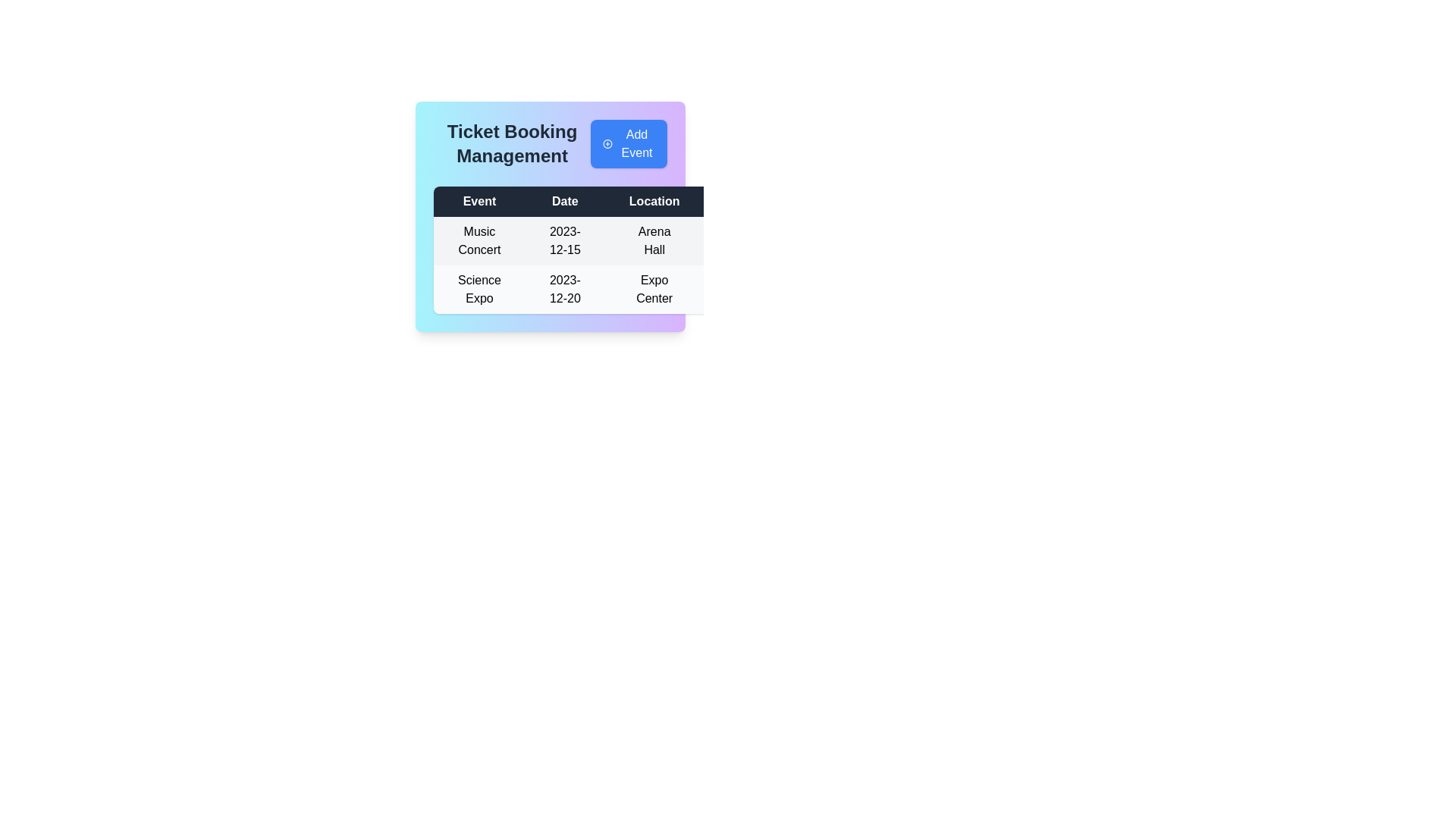 The height and width of the screenshot is (819, 1456). What do you see at coordinates (654, 201) in the screenshot?
I see `the 'Location' text label, which is the third header from the left in a row of five, styled with a dark background and white text, located near the top of the table` at bounding box center [654, 201].